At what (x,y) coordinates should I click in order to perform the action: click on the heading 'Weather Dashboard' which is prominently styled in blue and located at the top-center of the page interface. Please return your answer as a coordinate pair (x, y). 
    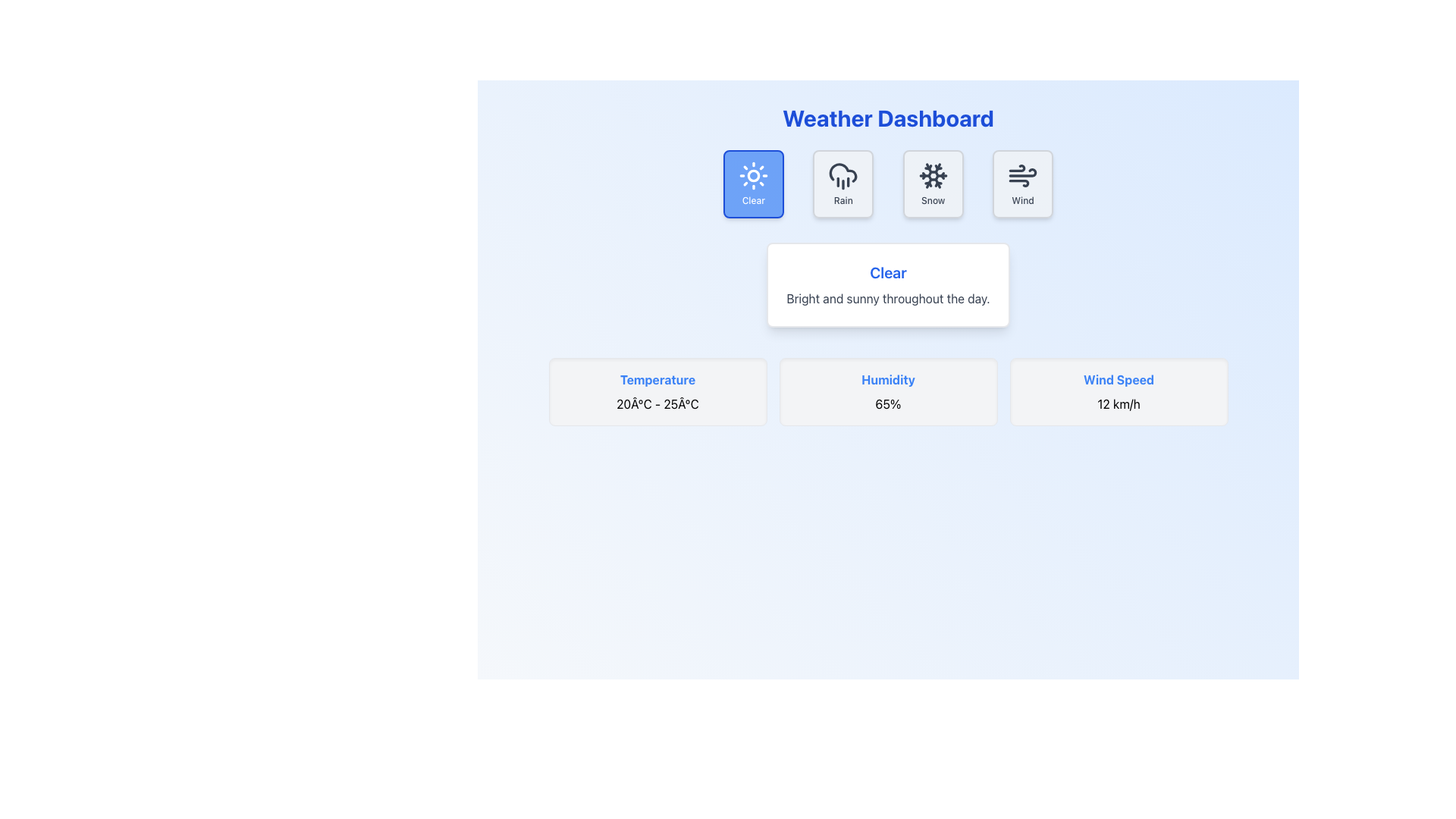
    Looking at the image, I should click on (888, 117).